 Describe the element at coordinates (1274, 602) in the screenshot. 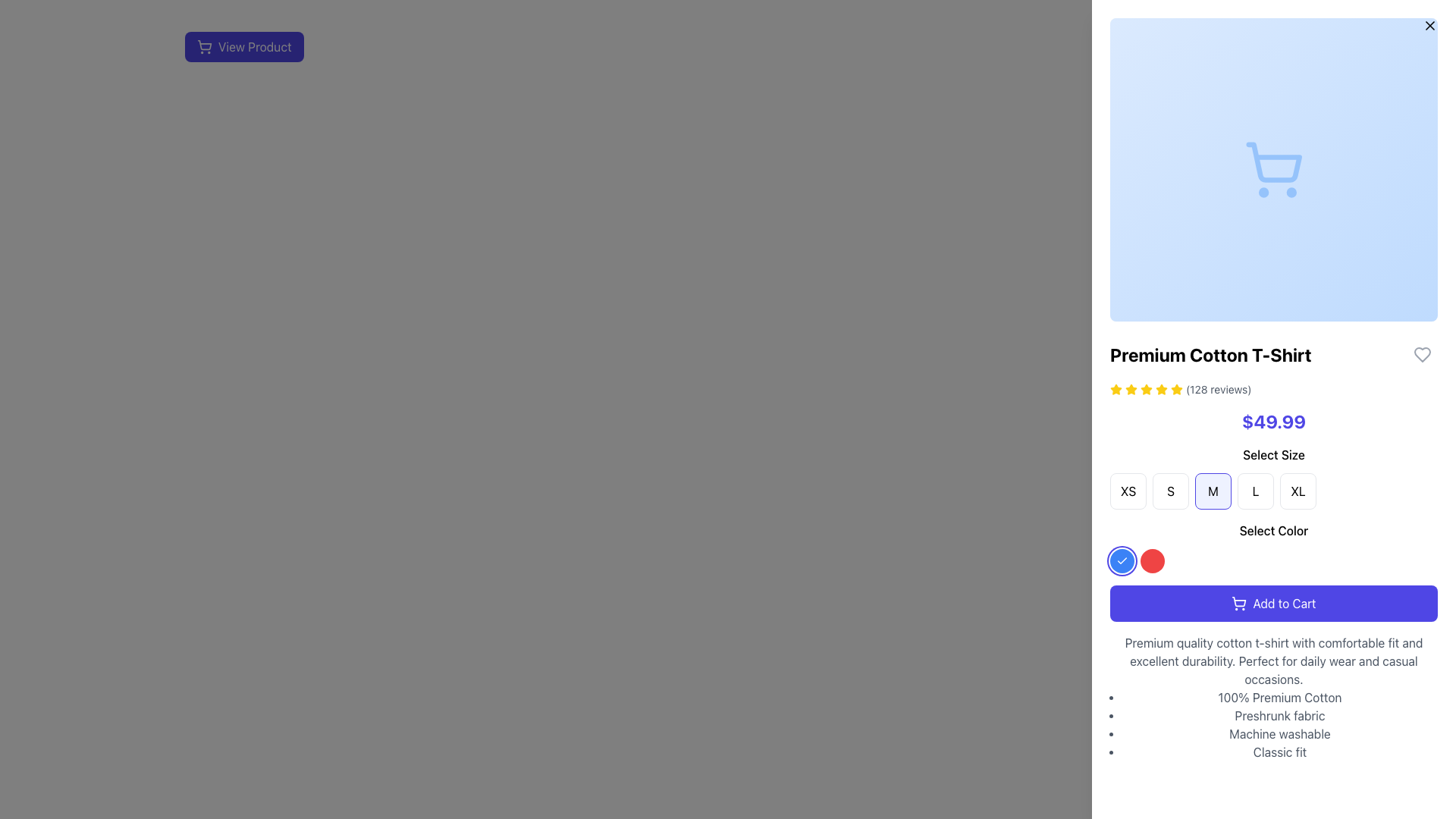

I see `the 'Add to Cart' button with a shopping cart icon` at that location.